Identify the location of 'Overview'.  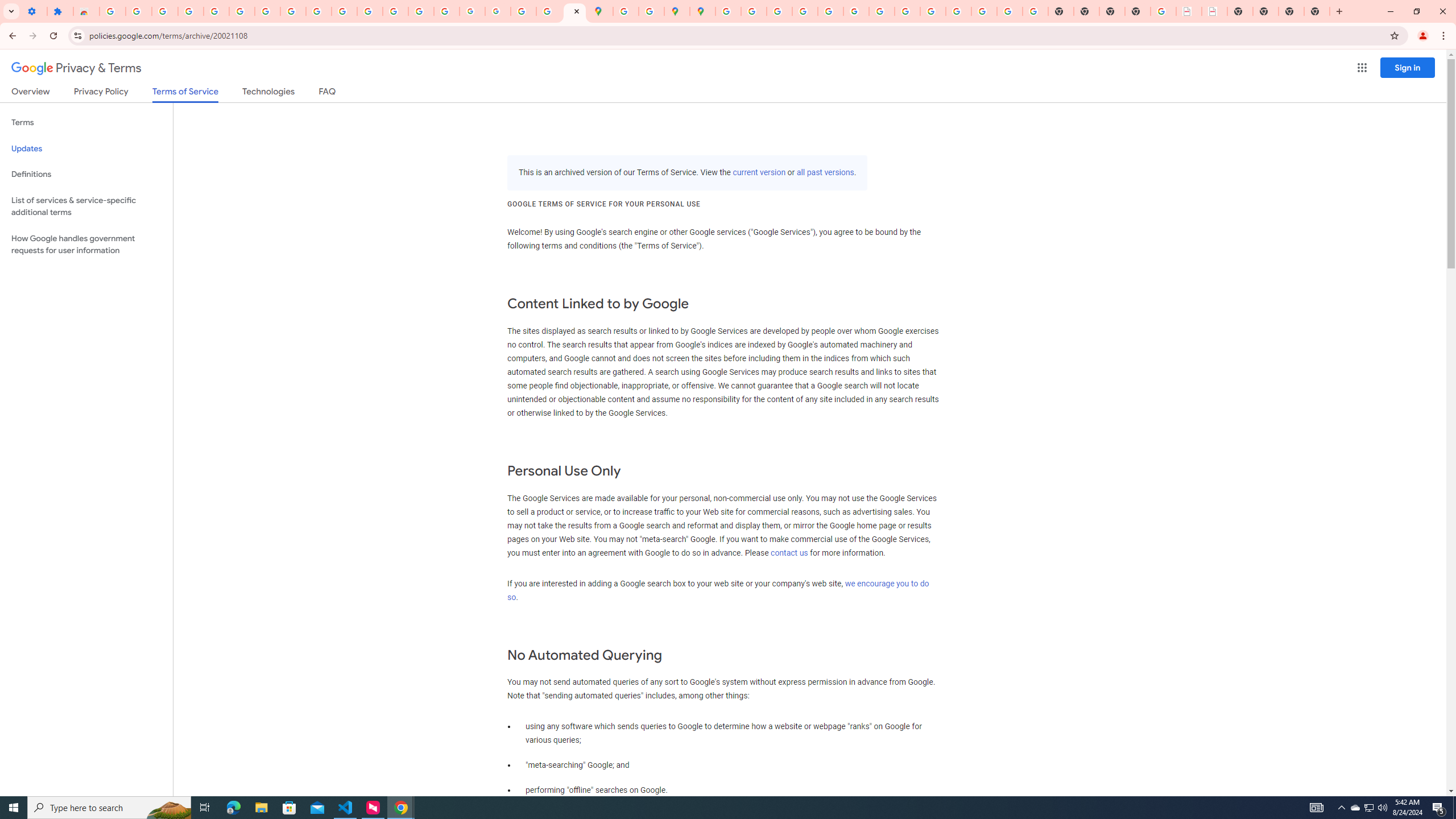
(30, 93).